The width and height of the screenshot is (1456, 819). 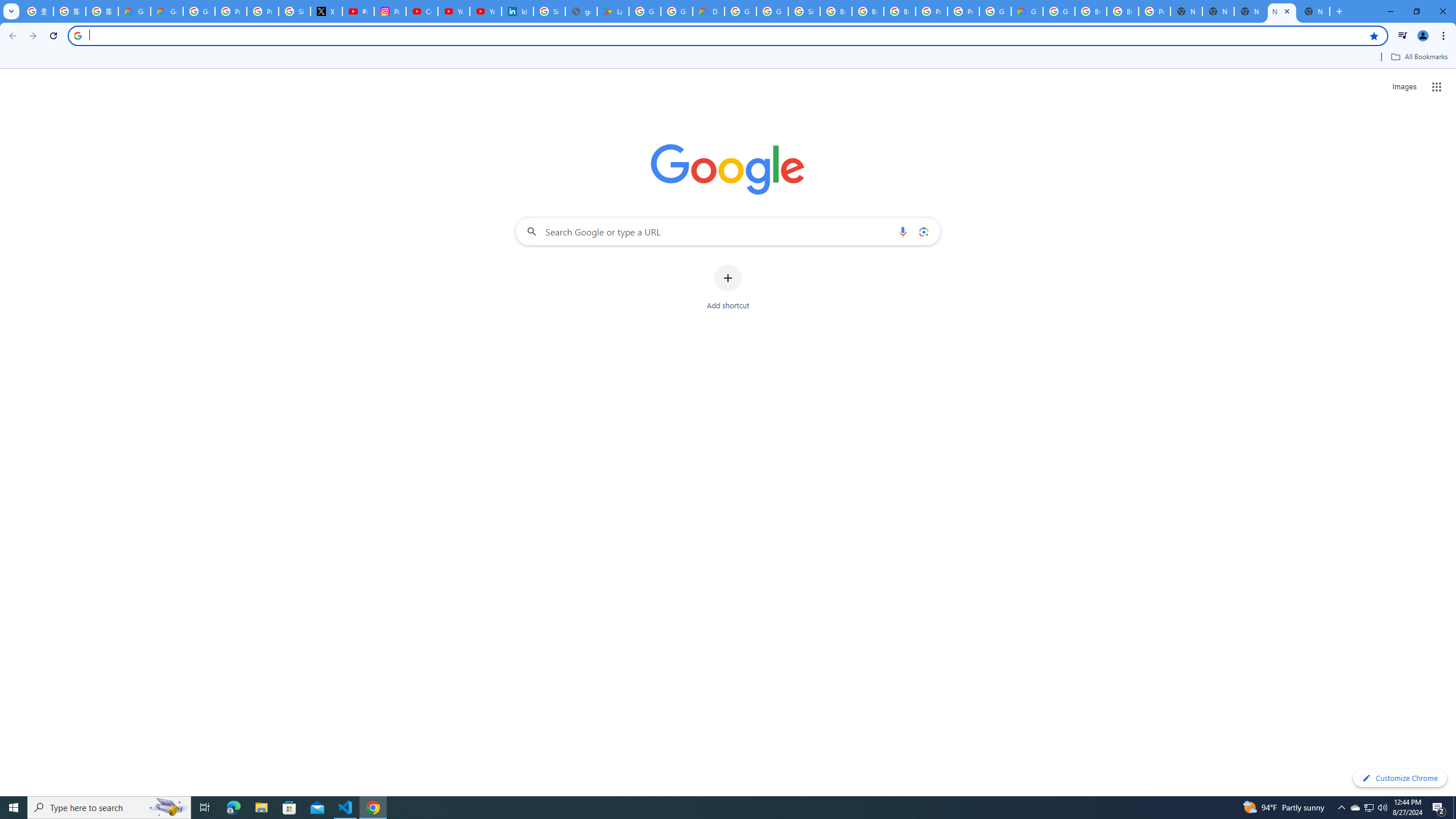 What do you see at coordinates (485, 11) in the screenshot?
I see `'YouTube Culture & Trends - YouTube Top 10, 2021'` at bounding box center [485, 11].